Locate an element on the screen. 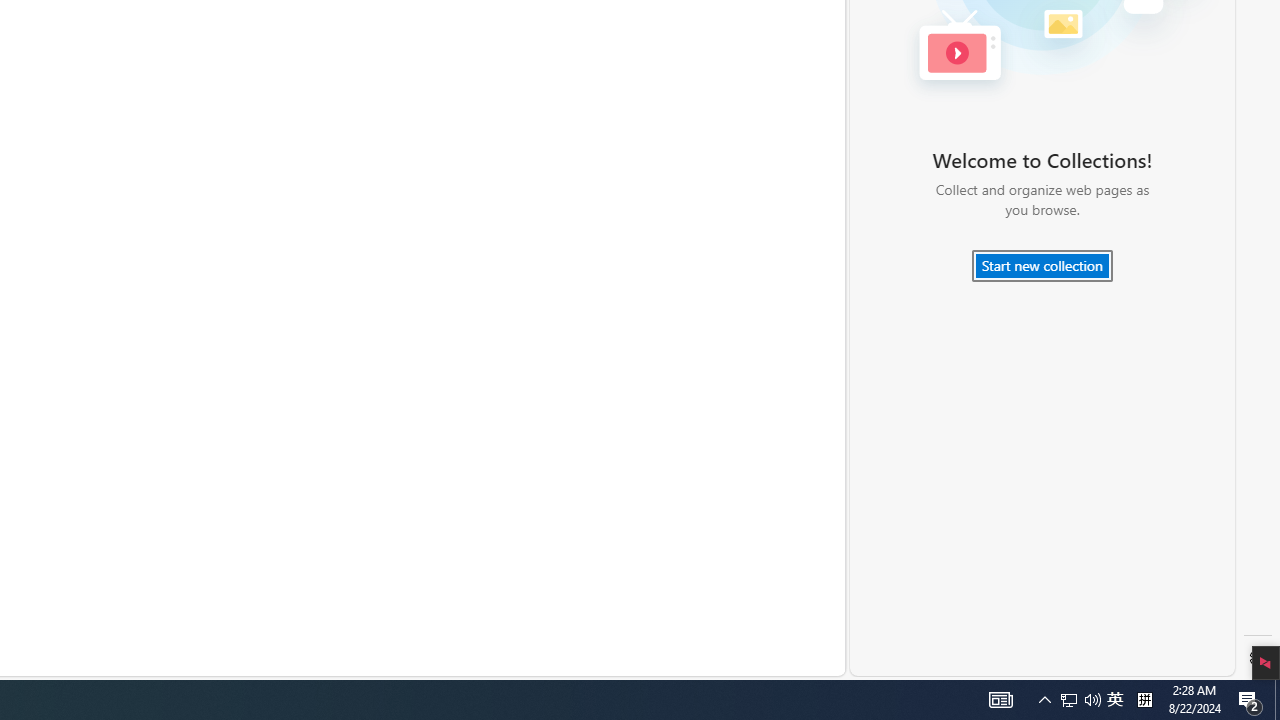 The image size is (1280, 720). 'Start new collection' is located at coordinates (1041, 264).